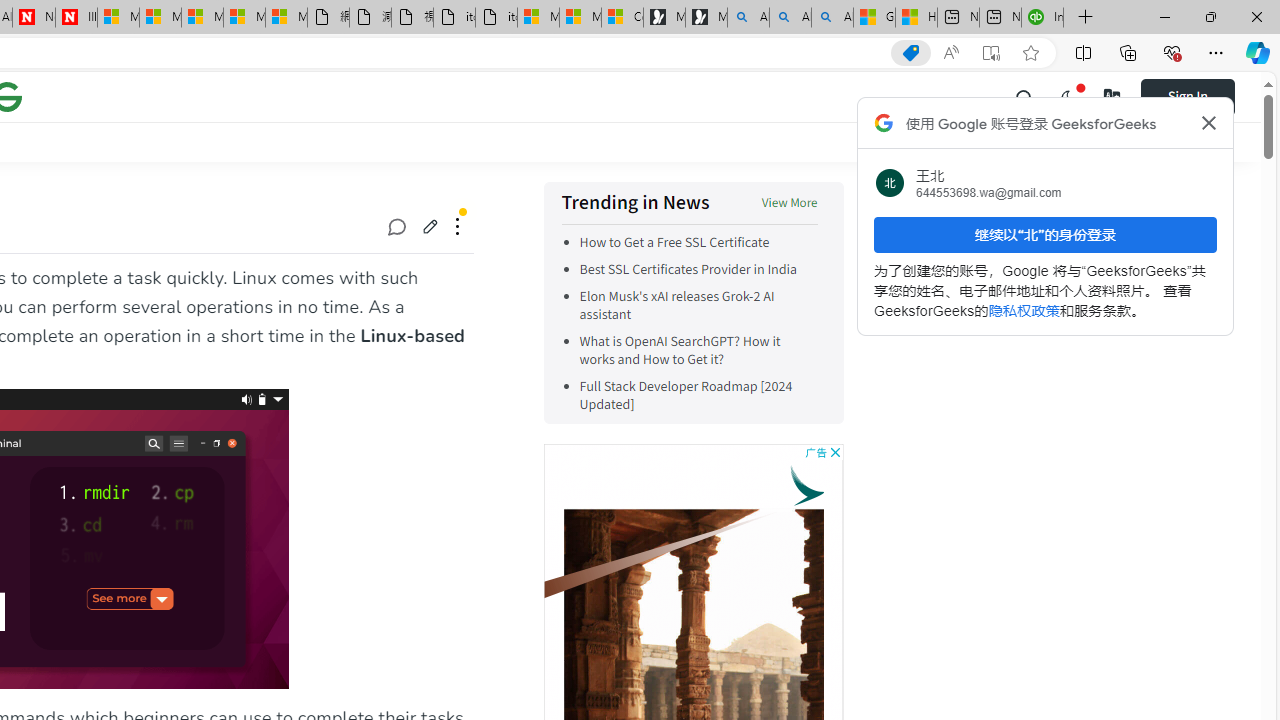  I want to click on 'Alabama high school quarterback dies - Search Videos', so click(832, 17).